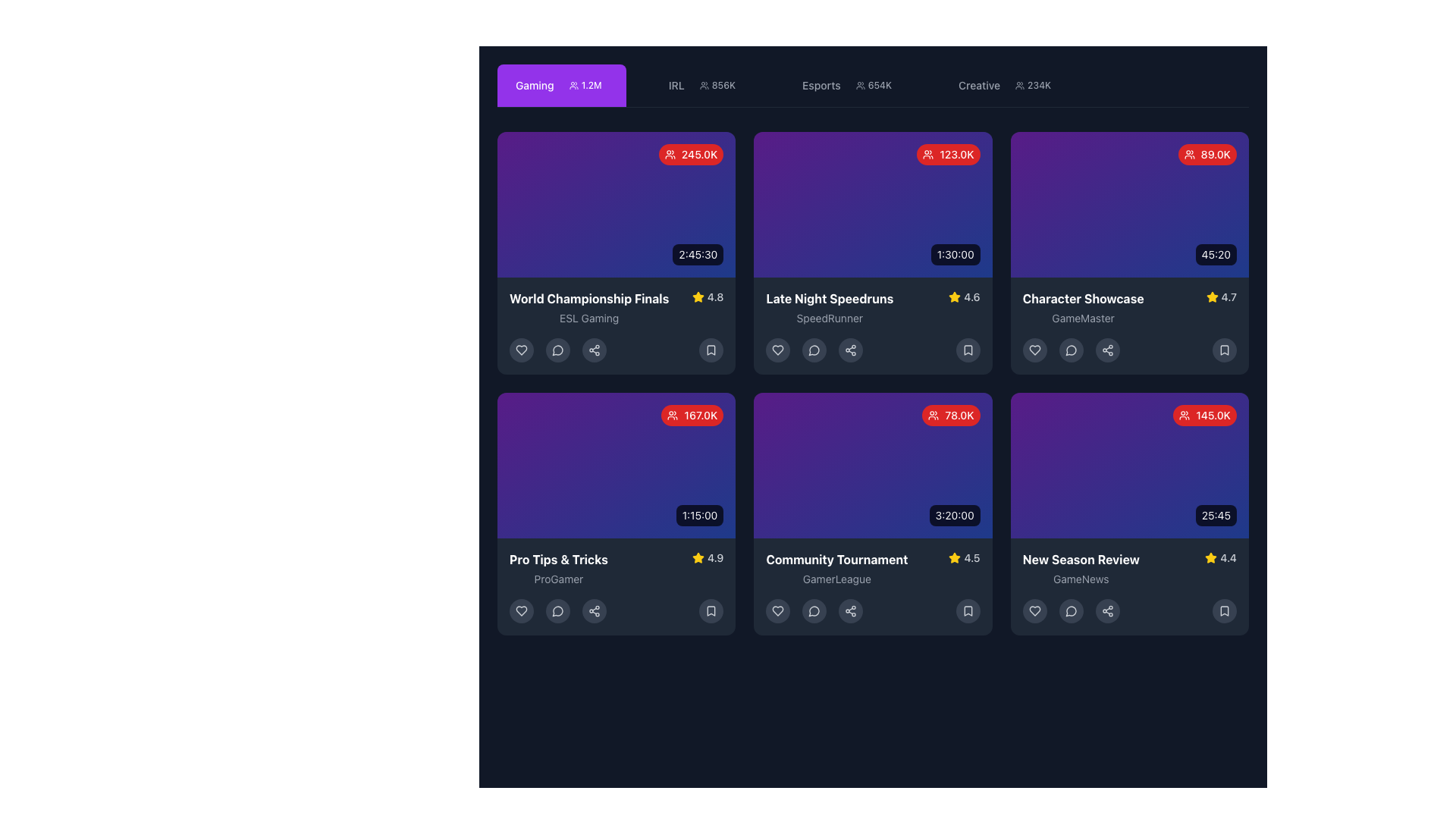 The width and height of the screenshot is (1456, 819). Describe the element at coordinates (836, 579) in the screenshot. I see `the text label reading 'GamerLeague', which is positioned below the 'Community Tournament' title in the card, indicating its subordinate role within the interface` at that location.